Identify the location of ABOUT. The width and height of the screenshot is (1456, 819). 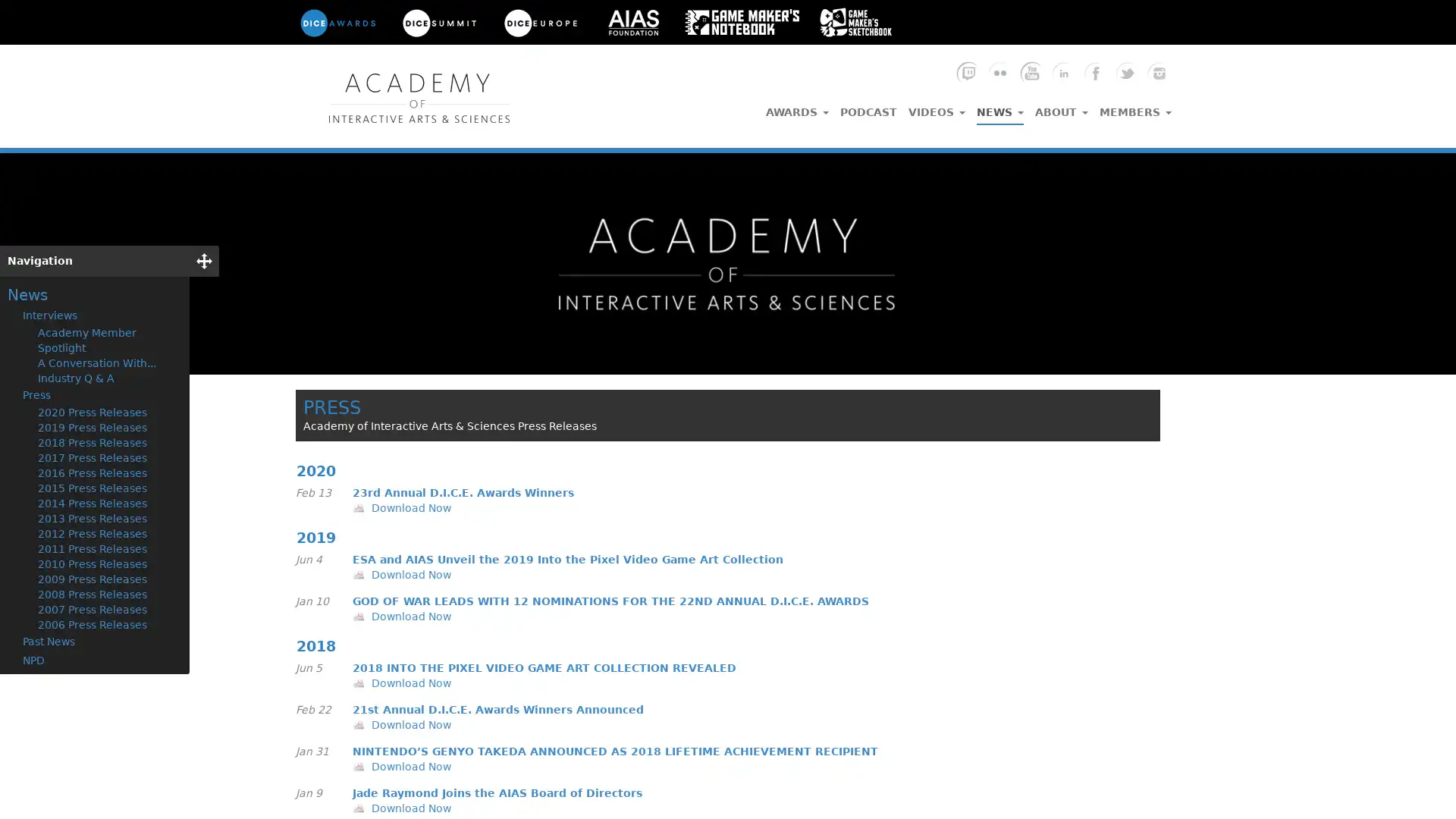
(1061, 107).